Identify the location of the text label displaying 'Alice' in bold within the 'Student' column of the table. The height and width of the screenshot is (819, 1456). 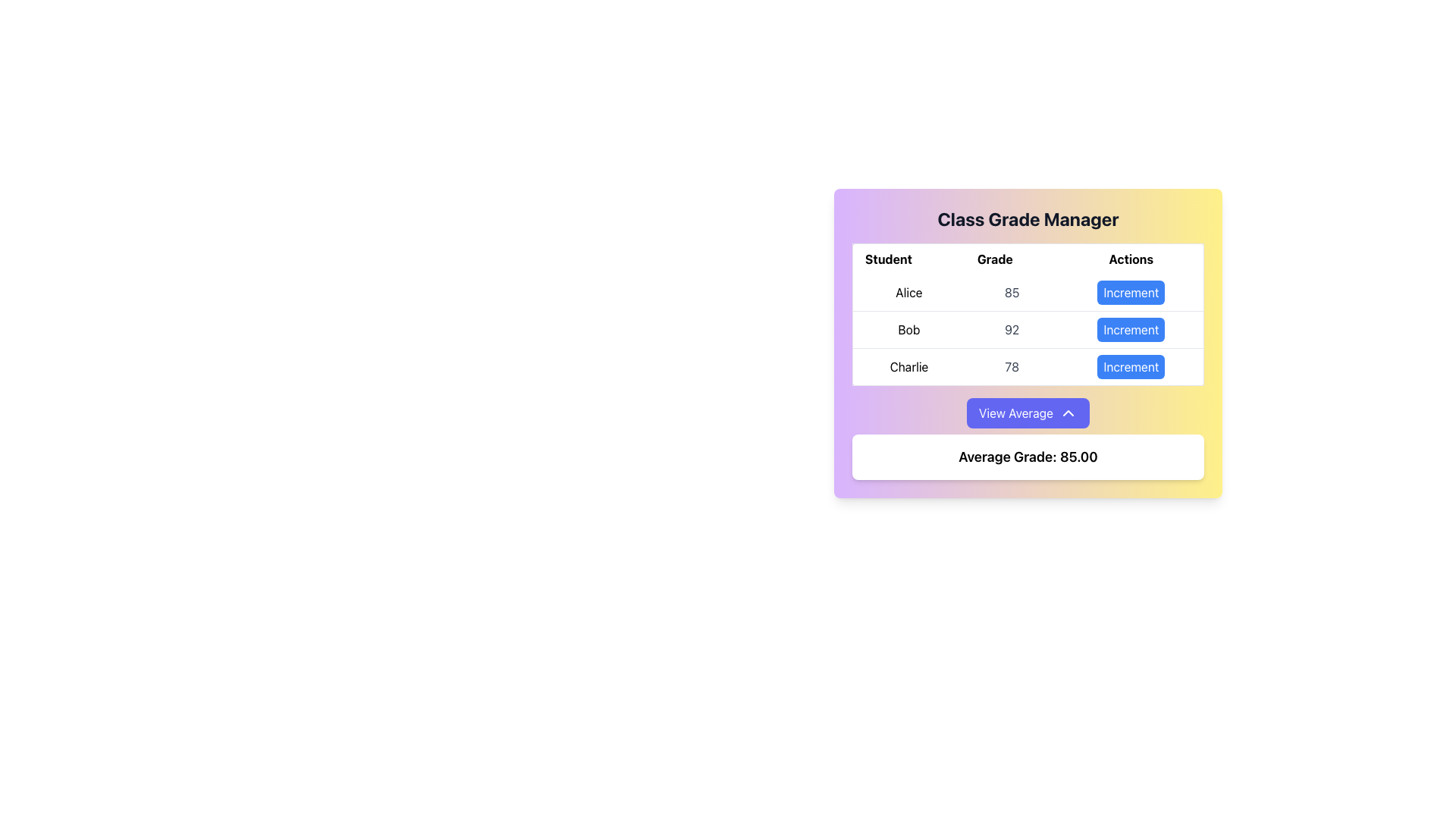
(908, 293).